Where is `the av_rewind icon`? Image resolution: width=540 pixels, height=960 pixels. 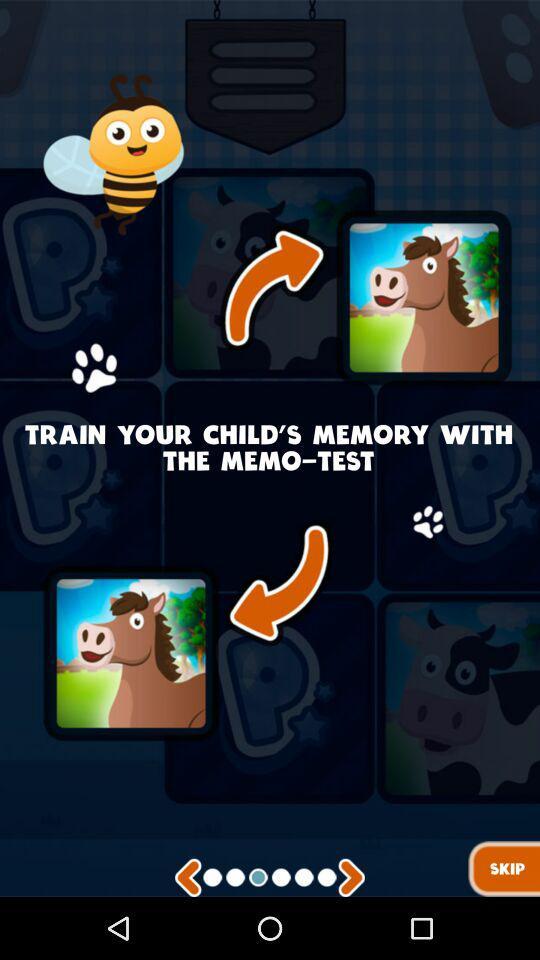 the av_rewind icon is located at coordinates (188, 939).